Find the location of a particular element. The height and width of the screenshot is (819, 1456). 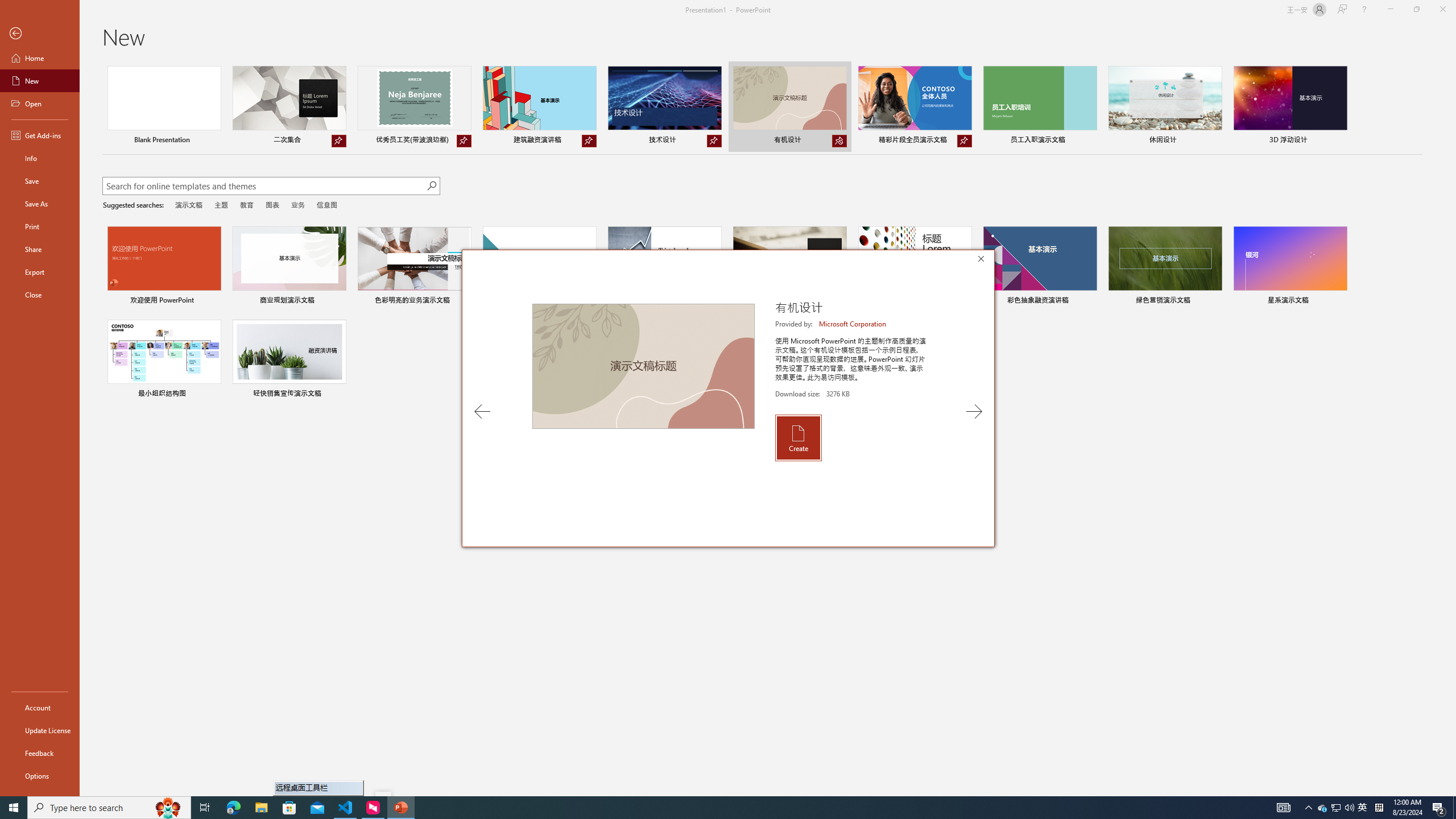

'Start searching' is located at coordinates (431, 185).